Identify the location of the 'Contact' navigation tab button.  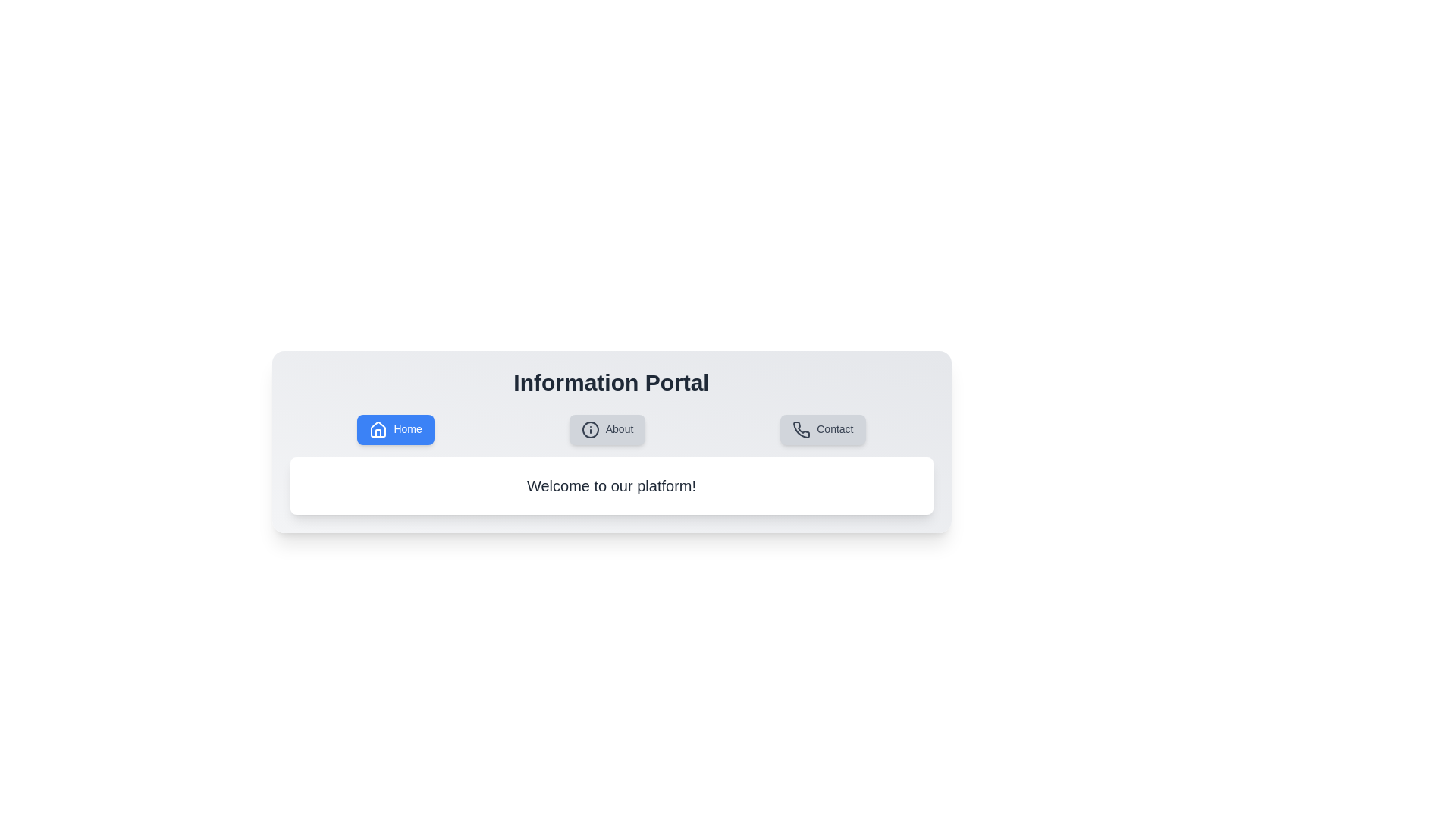
(822, 430).